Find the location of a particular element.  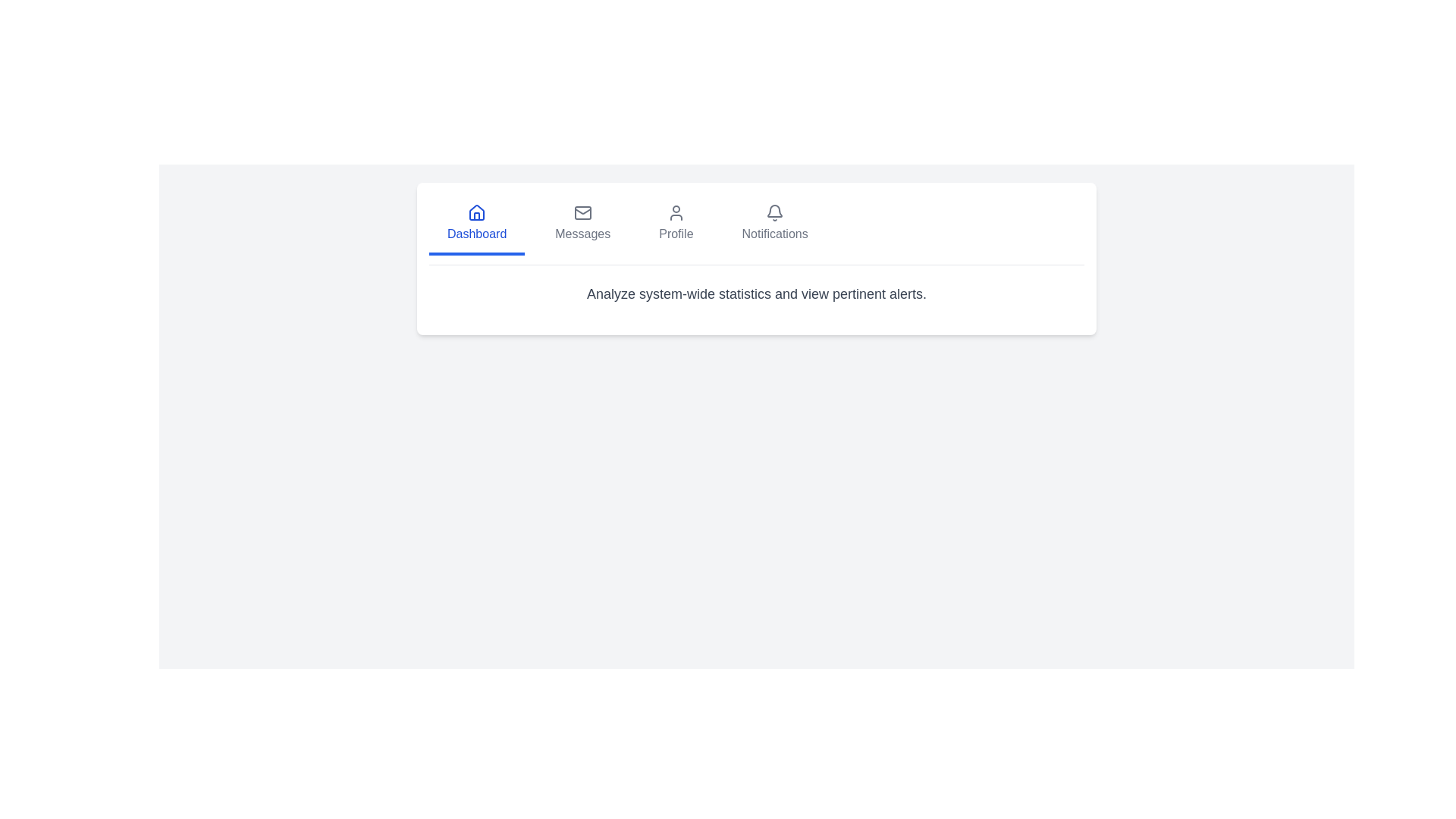

the Profile tab to activate it is located at coordinates (675, 225).